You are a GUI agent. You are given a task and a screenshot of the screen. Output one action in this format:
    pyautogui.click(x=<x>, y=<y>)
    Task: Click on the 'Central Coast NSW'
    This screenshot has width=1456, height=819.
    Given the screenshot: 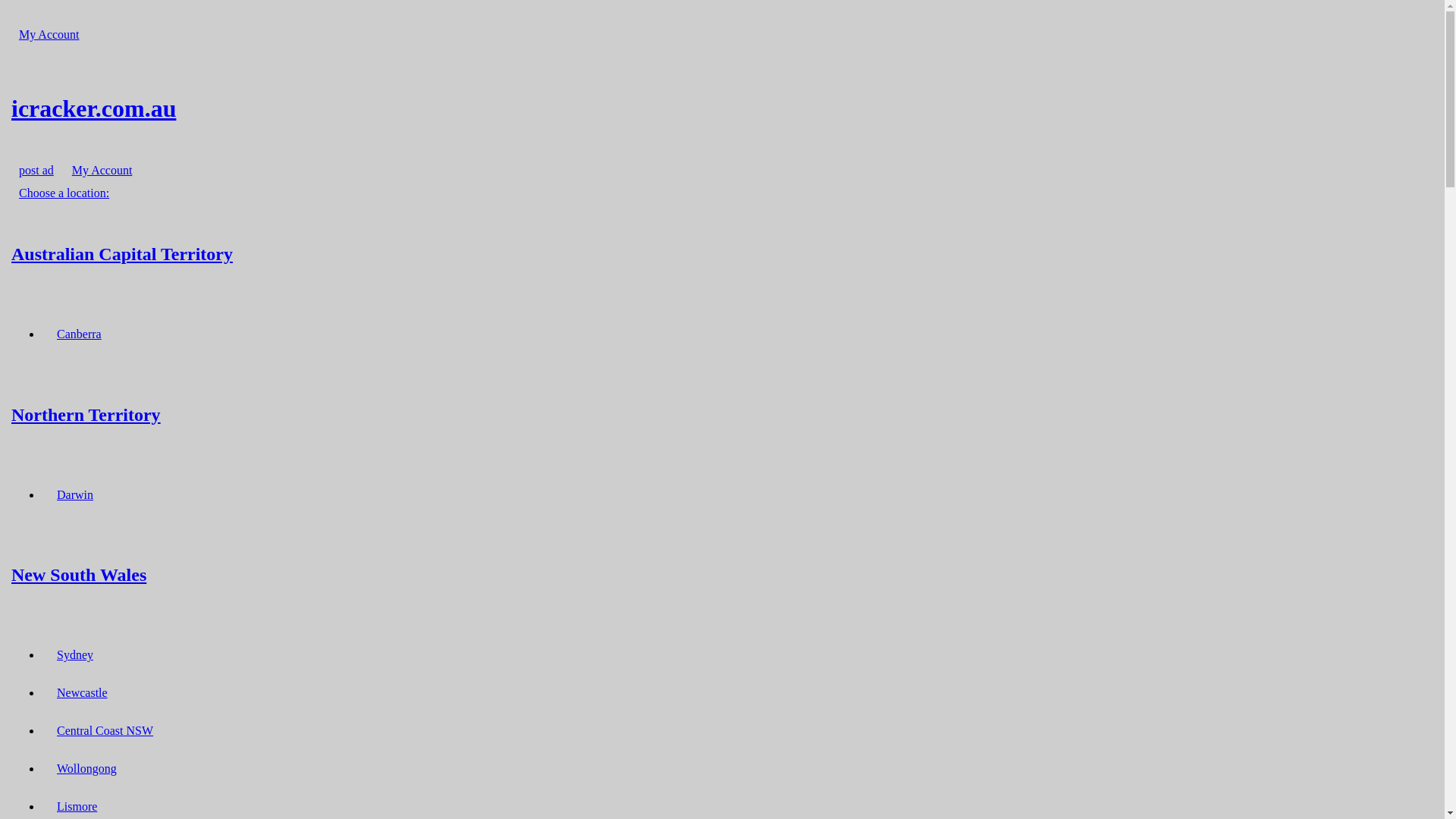 What is the action you would take?
    pyautogui.click(x=104, y=730)
    